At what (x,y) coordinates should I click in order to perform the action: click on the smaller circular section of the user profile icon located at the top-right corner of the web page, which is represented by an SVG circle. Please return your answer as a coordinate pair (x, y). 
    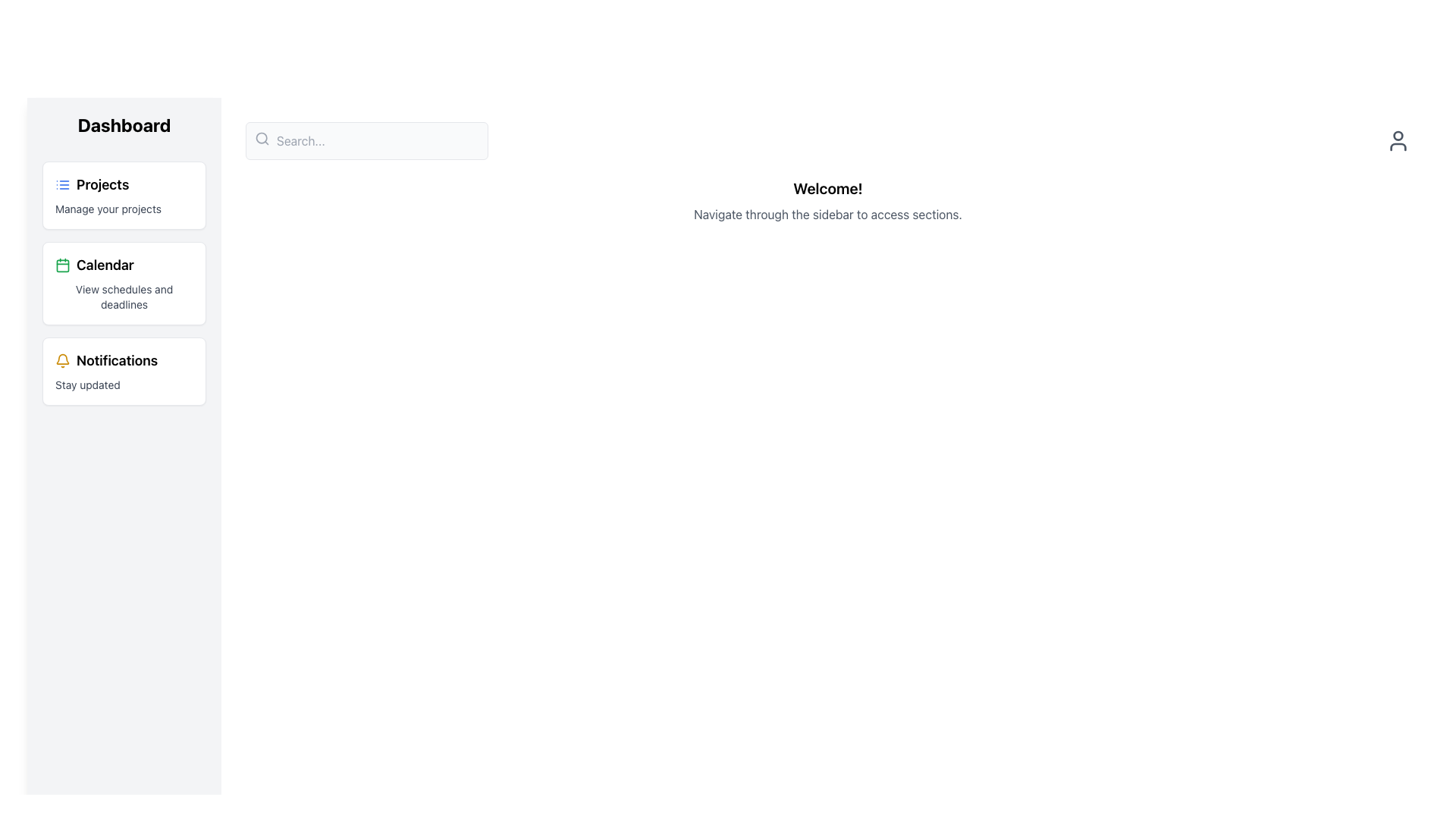
    Looking at the image, I should click on (1397, 134).